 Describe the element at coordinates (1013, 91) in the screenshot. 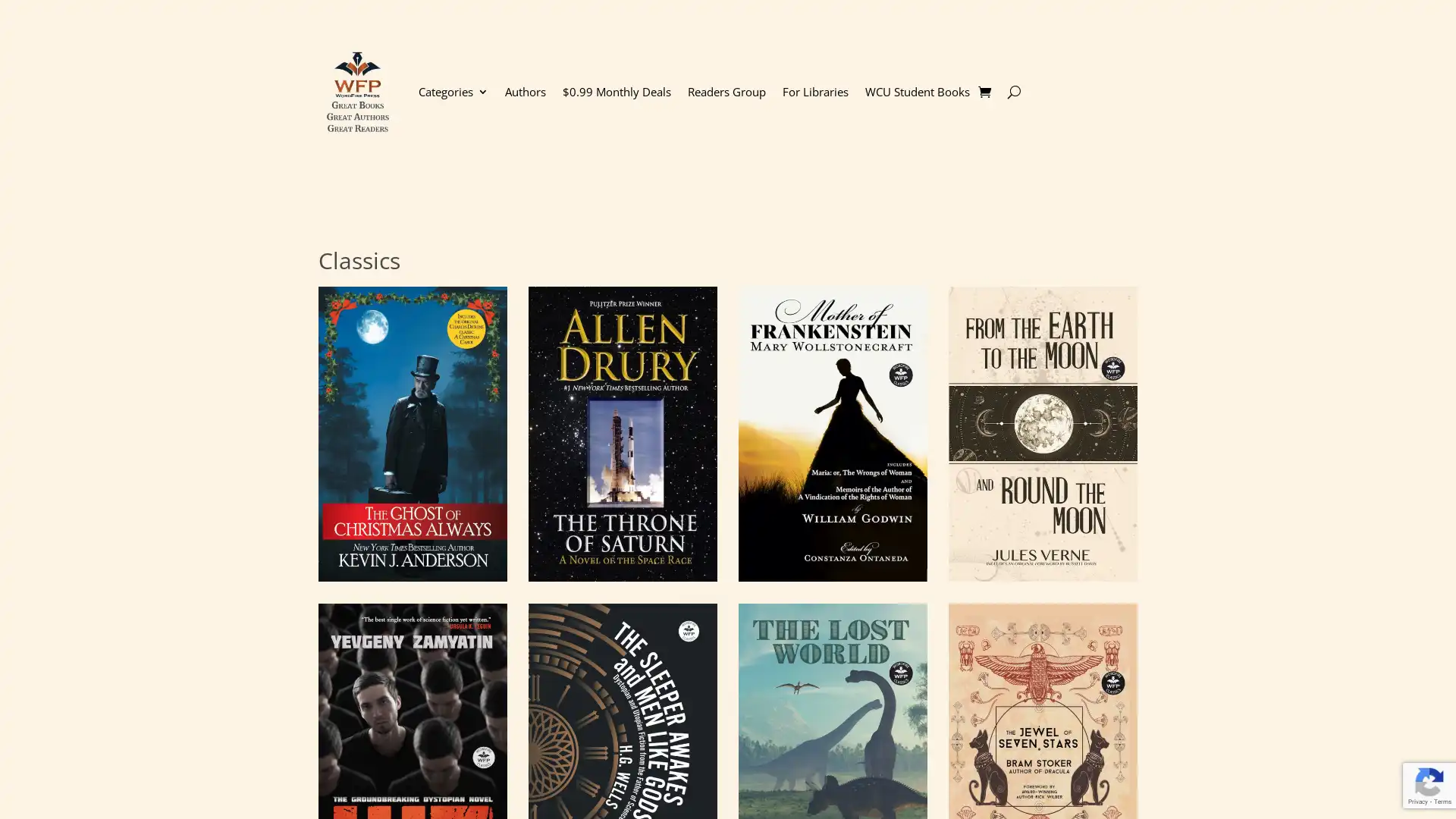

I see `U` at that location.